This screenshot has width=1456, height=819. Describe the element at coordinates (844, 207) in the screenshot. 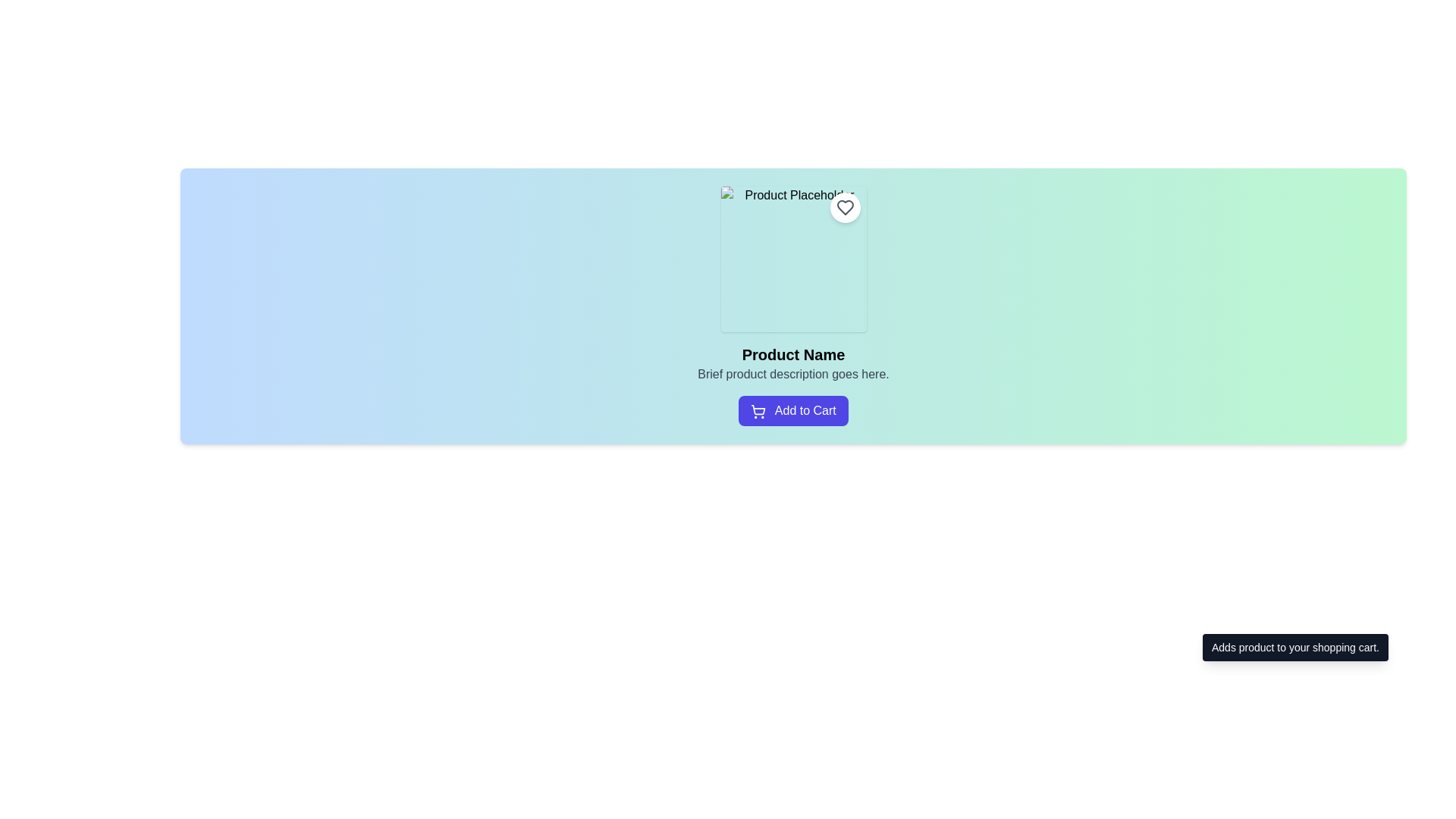

I see `the SVG Heart Icon located in the top-right corner of the product image section to mark the product as a favorite` at that location.